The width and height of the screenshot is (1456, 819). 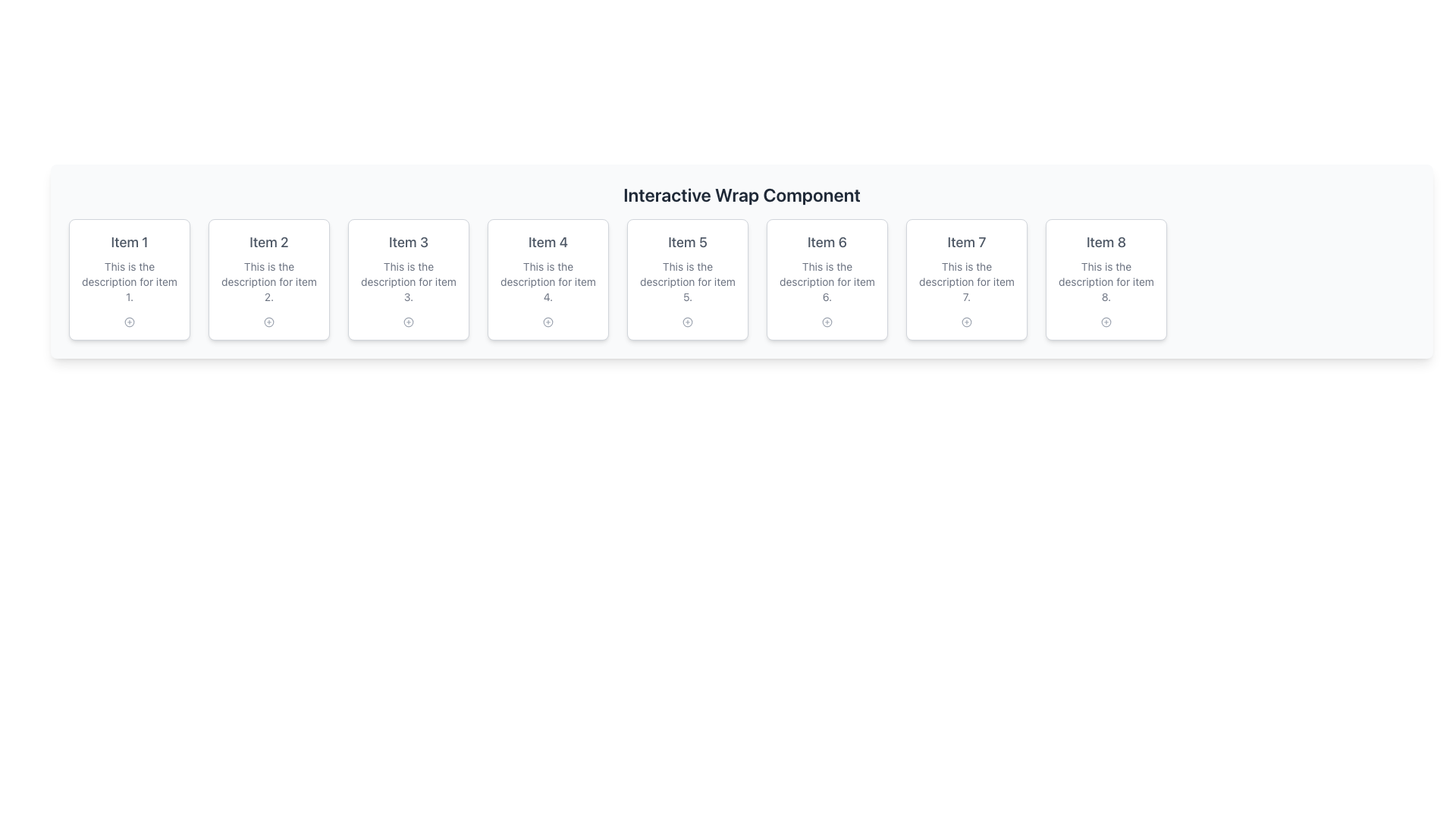 I want to click on the outermost circle of the SVG graphic element that is part of the 'Item 3' interface card, which depicts a plus sign within a circle, so click(x=408, y=321).